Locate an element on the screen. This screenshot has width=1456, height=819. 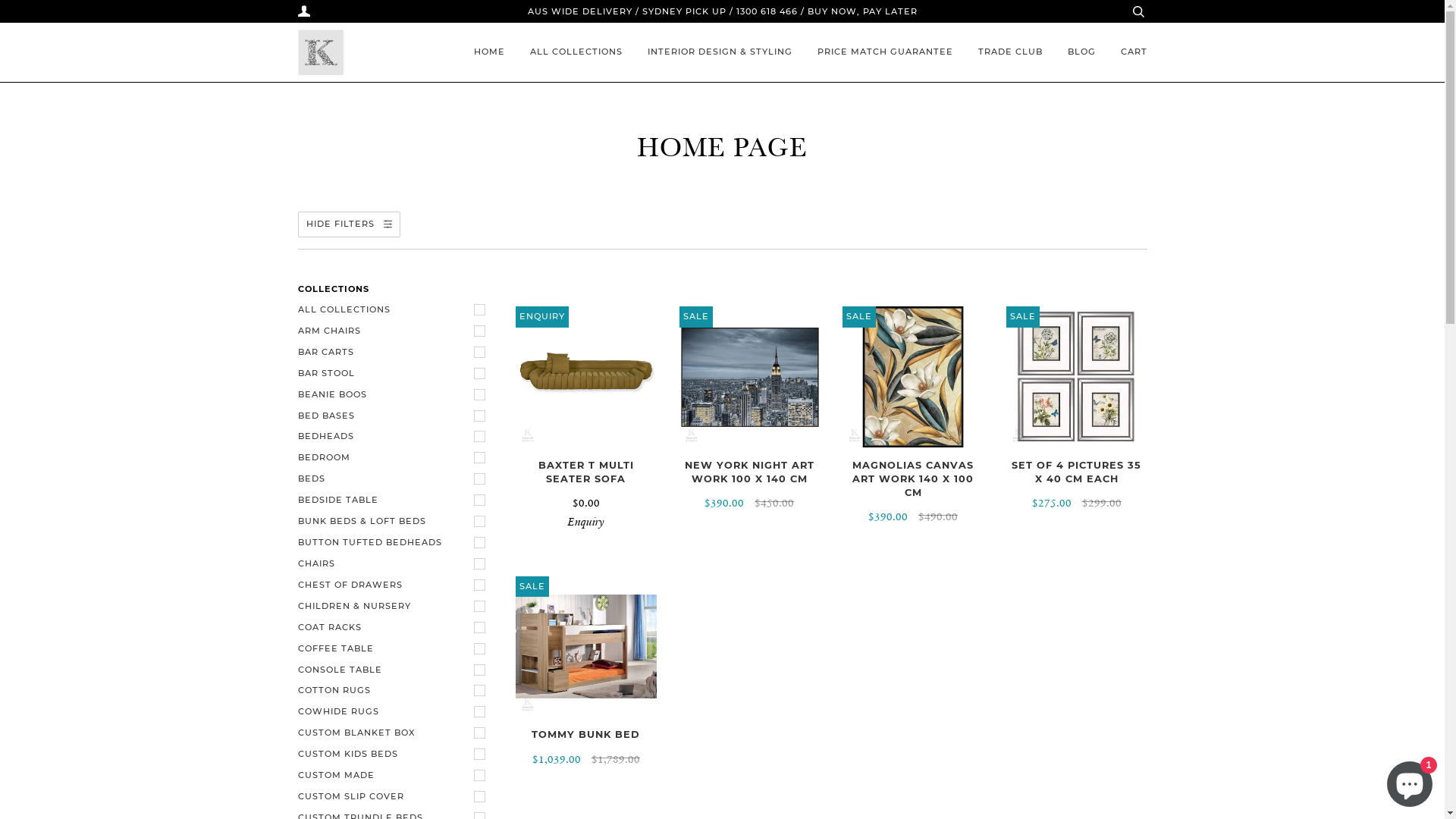
'COWHIDE RUGS' is located at coordinates (395, 711).